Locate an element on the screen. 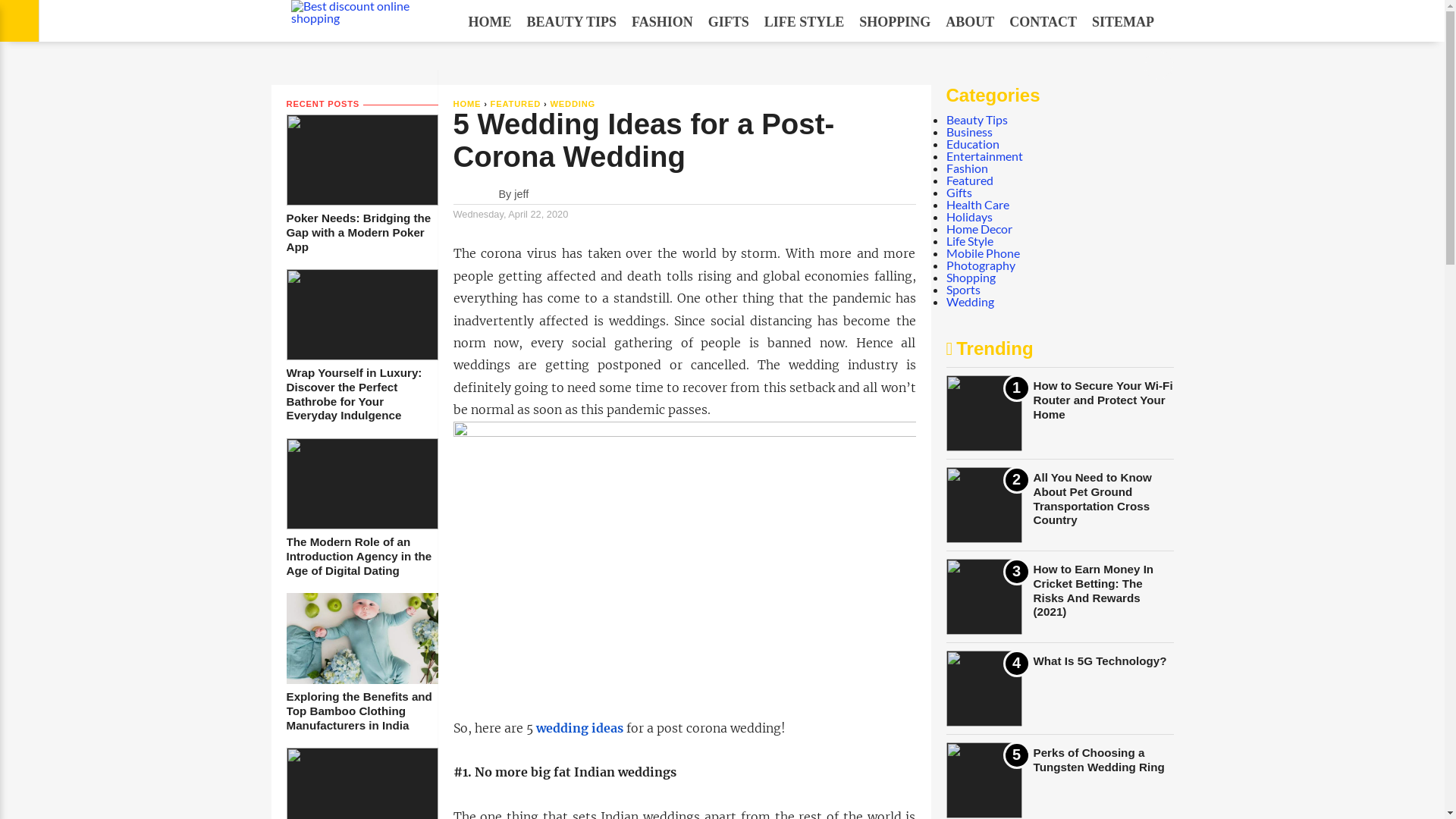  'Gifts' is located at coordinates (959, 191).